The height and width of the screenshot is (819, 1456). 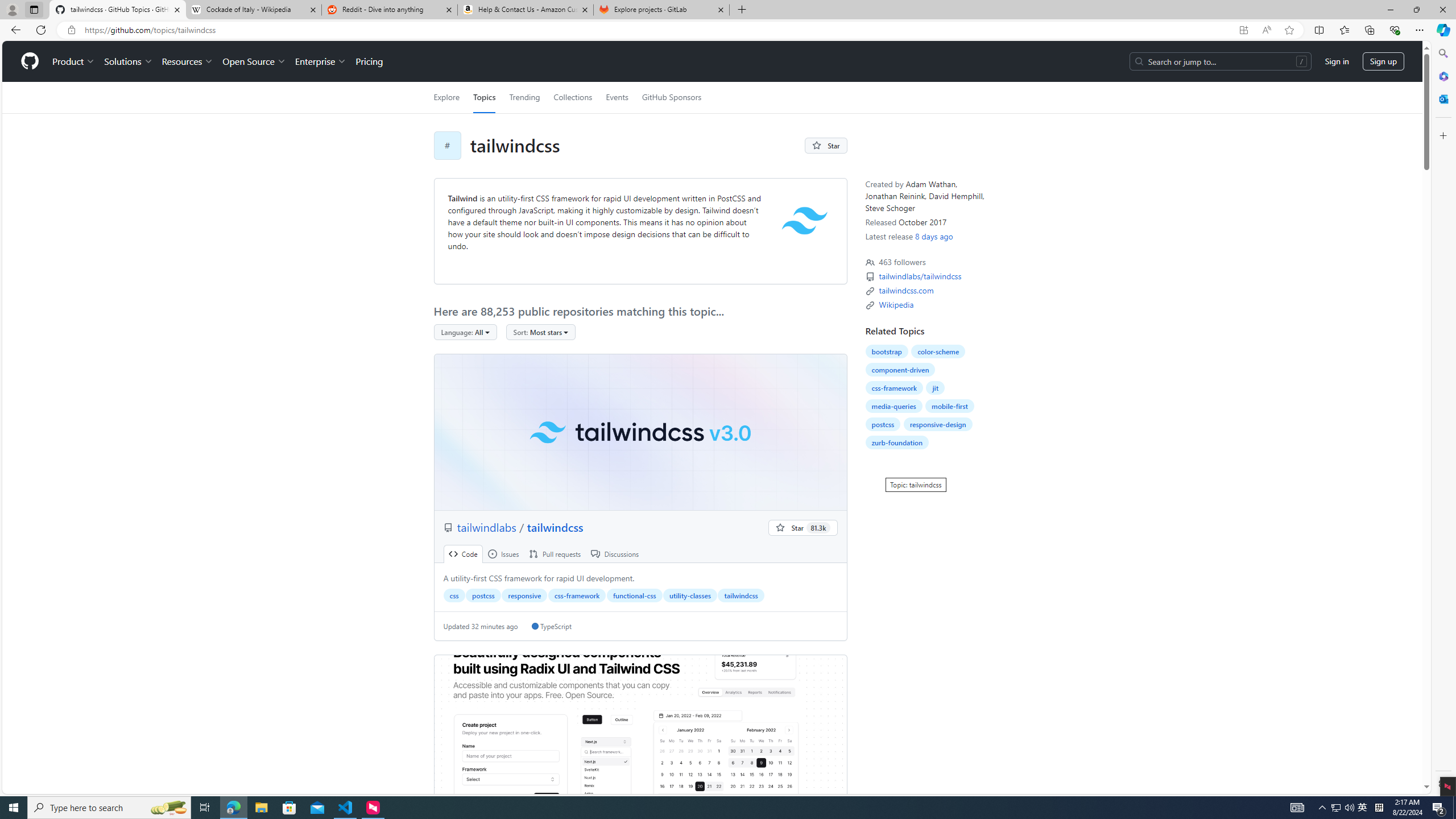 What do you see at coordinates (555, 553) in the screenshot?
I see `' Pull requests'` at bounding box center [555, 553].